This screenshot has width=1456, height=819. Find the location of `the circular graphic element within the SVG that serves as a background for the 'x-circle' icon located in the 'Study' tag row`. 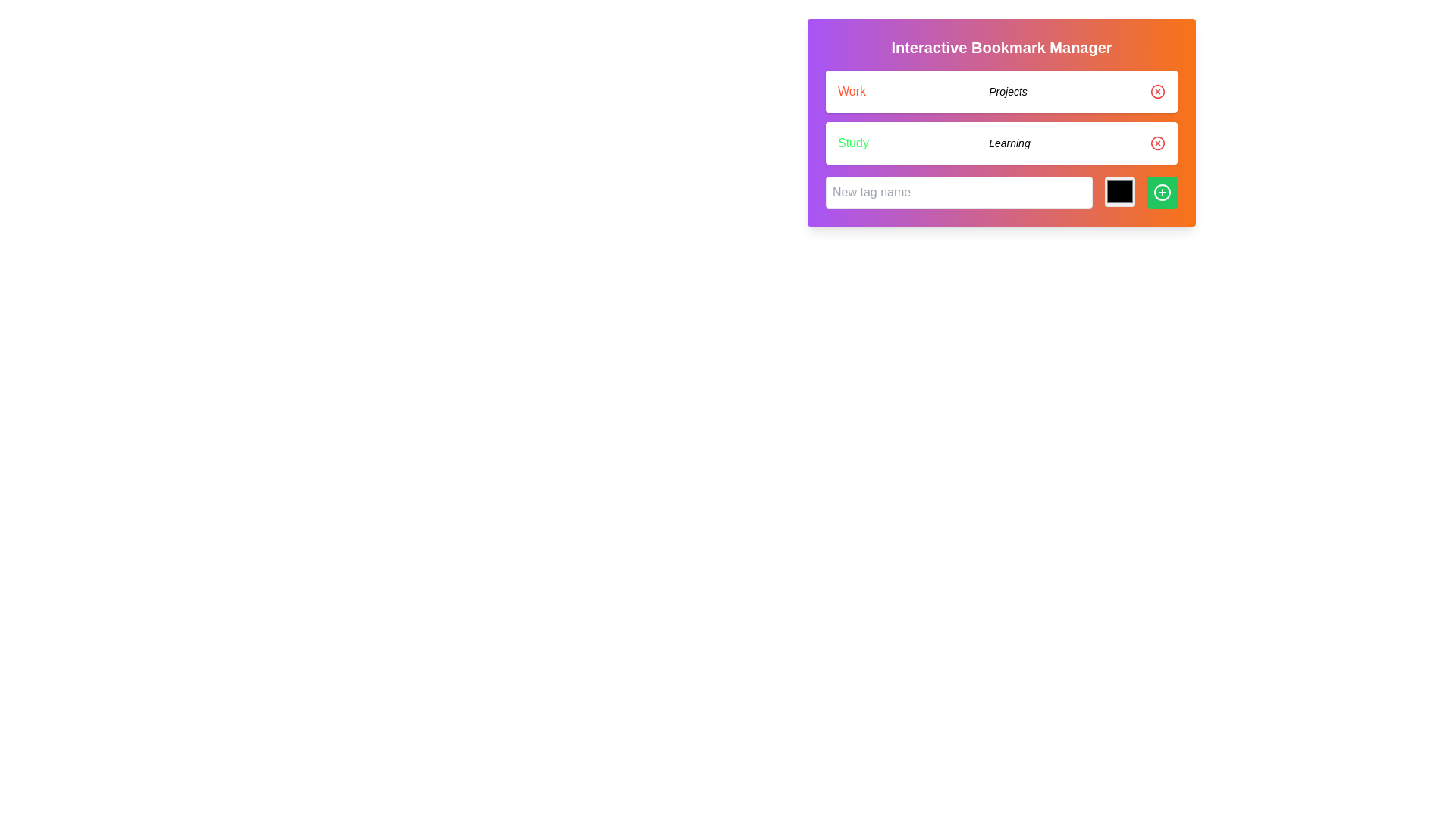

the circular graphic element within the SVG that serves as a background for the 'x-circle' icon located in the 'Study' tag row is located at coordinates (1156, 90).